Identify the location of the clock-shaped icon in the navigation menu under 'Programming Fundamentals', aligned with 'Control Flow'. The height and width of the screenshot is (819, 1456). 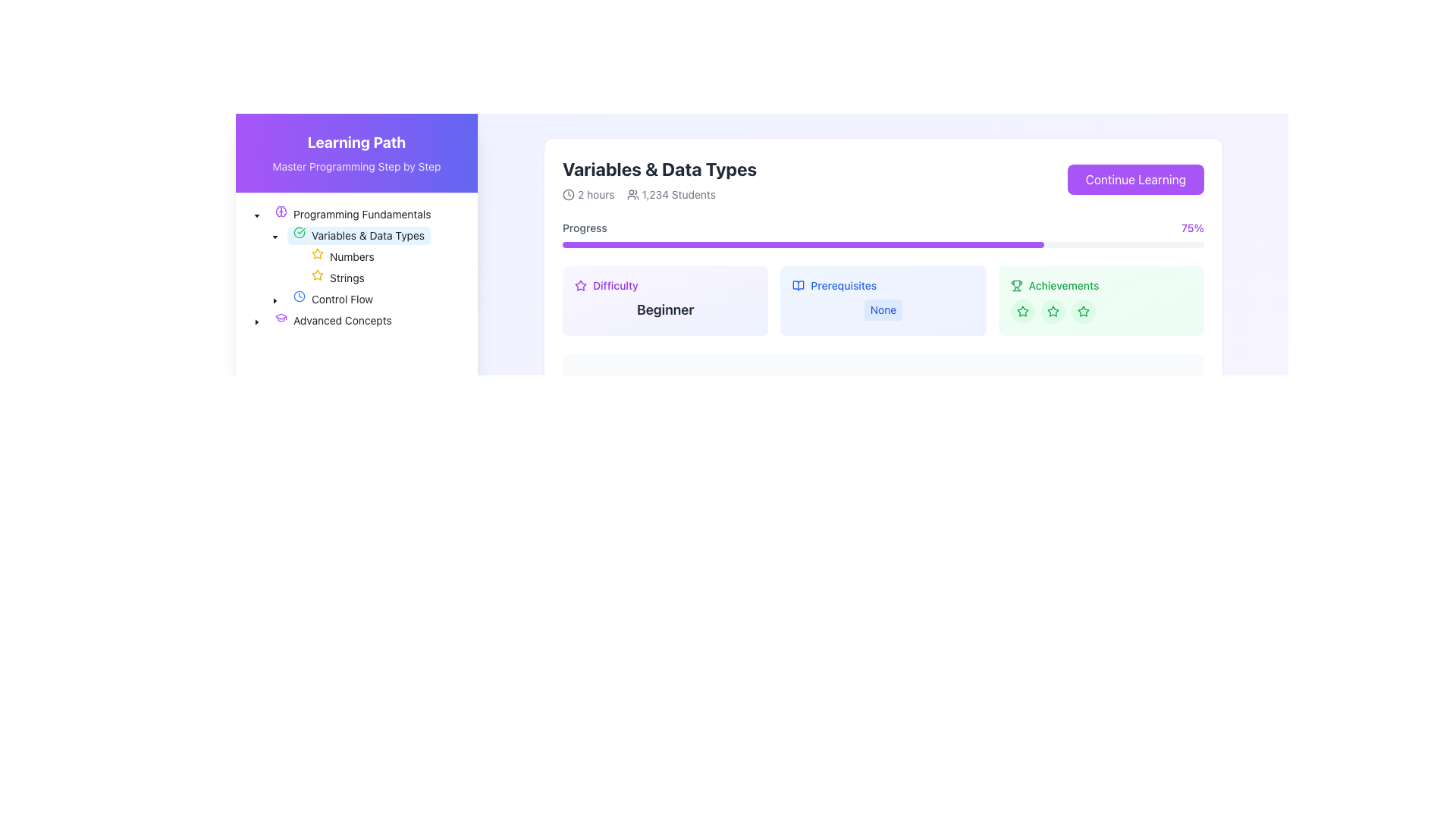
(299, 296).